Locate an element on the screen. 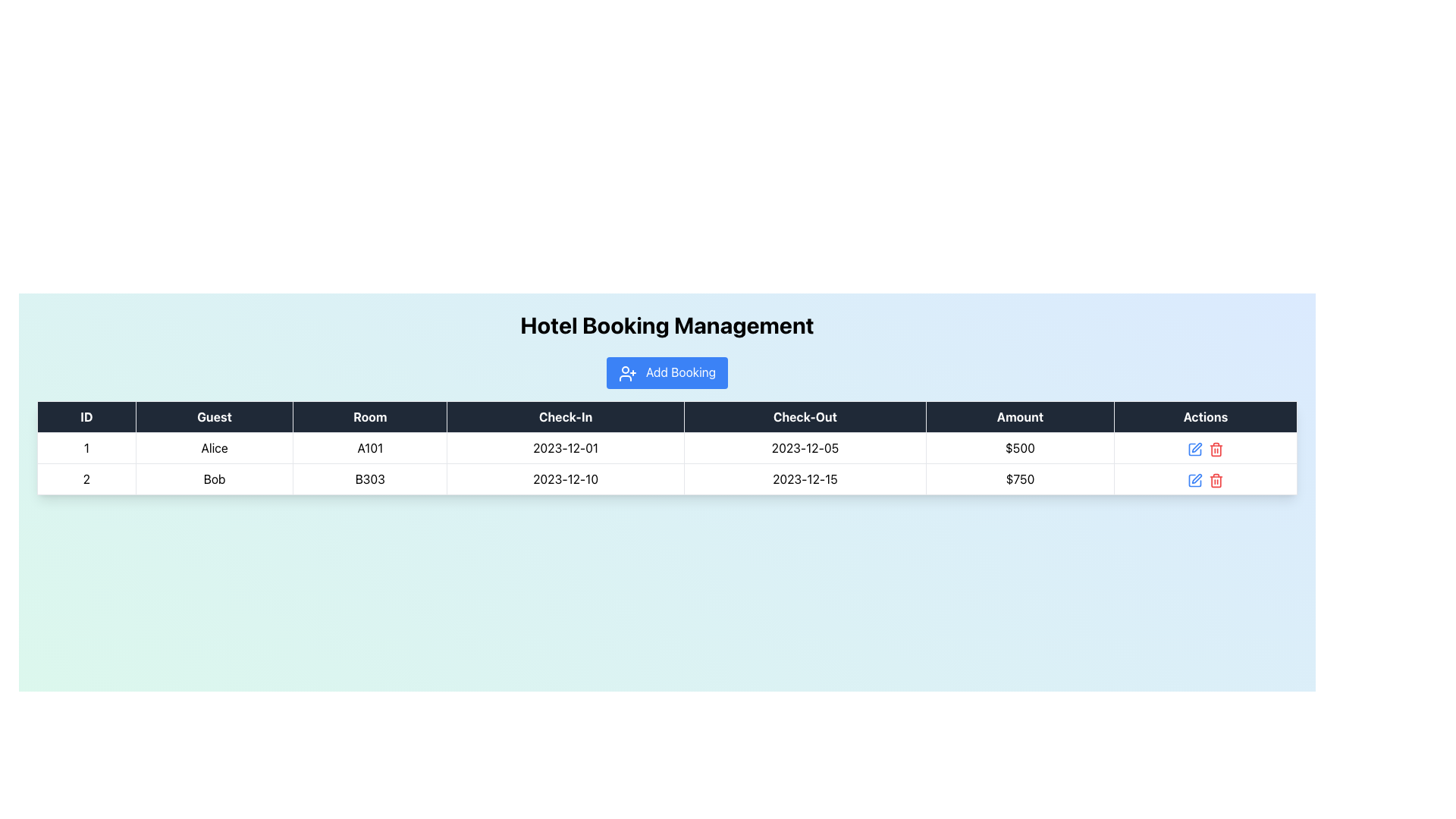  the blue pen icon button in the 'Actions' column of the second row for the booking of guest 'Bob' is located at coordinates (1194, 448).